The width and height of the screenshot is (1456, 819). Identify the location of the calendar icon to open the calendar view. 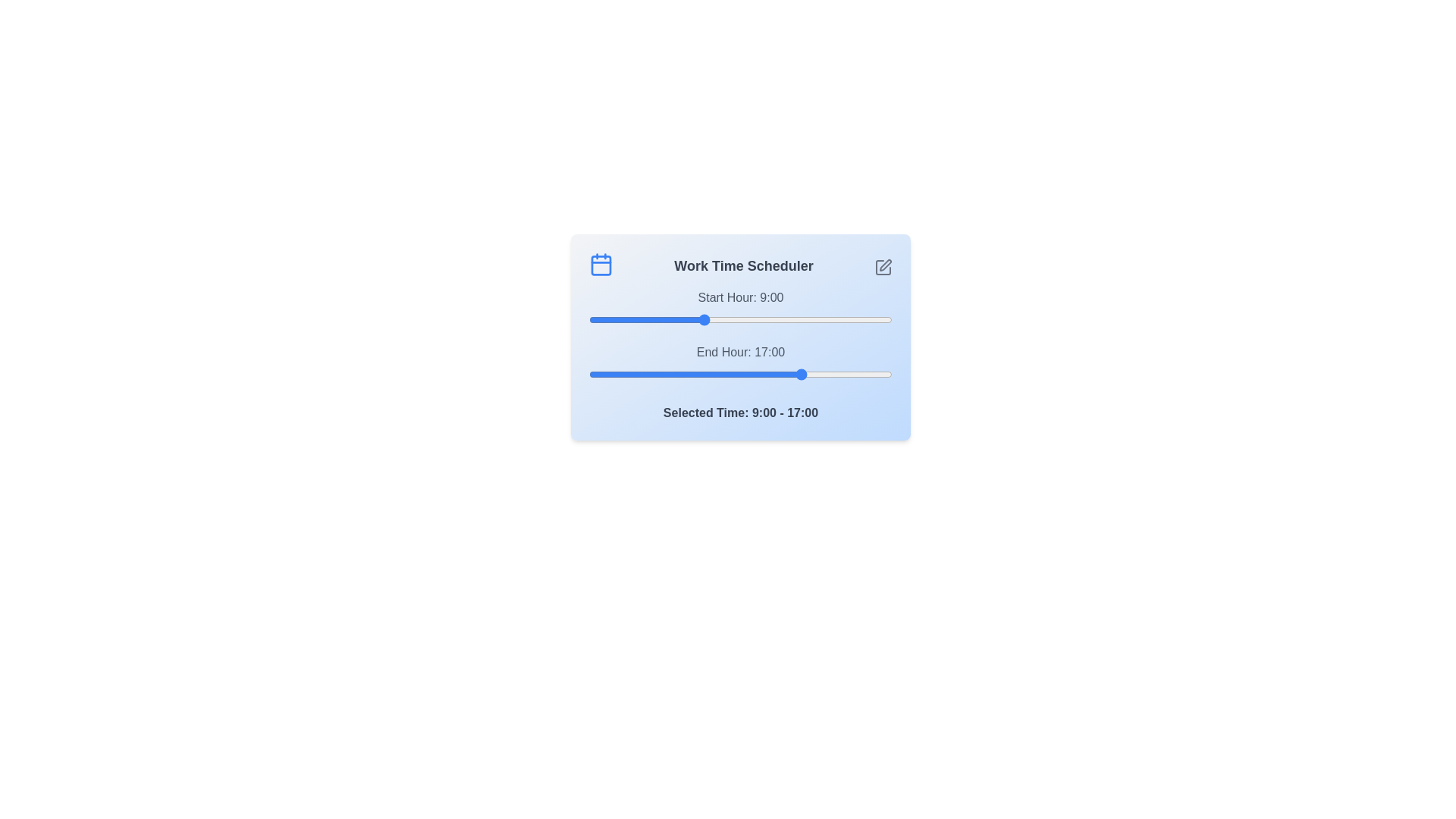
(600, 263).